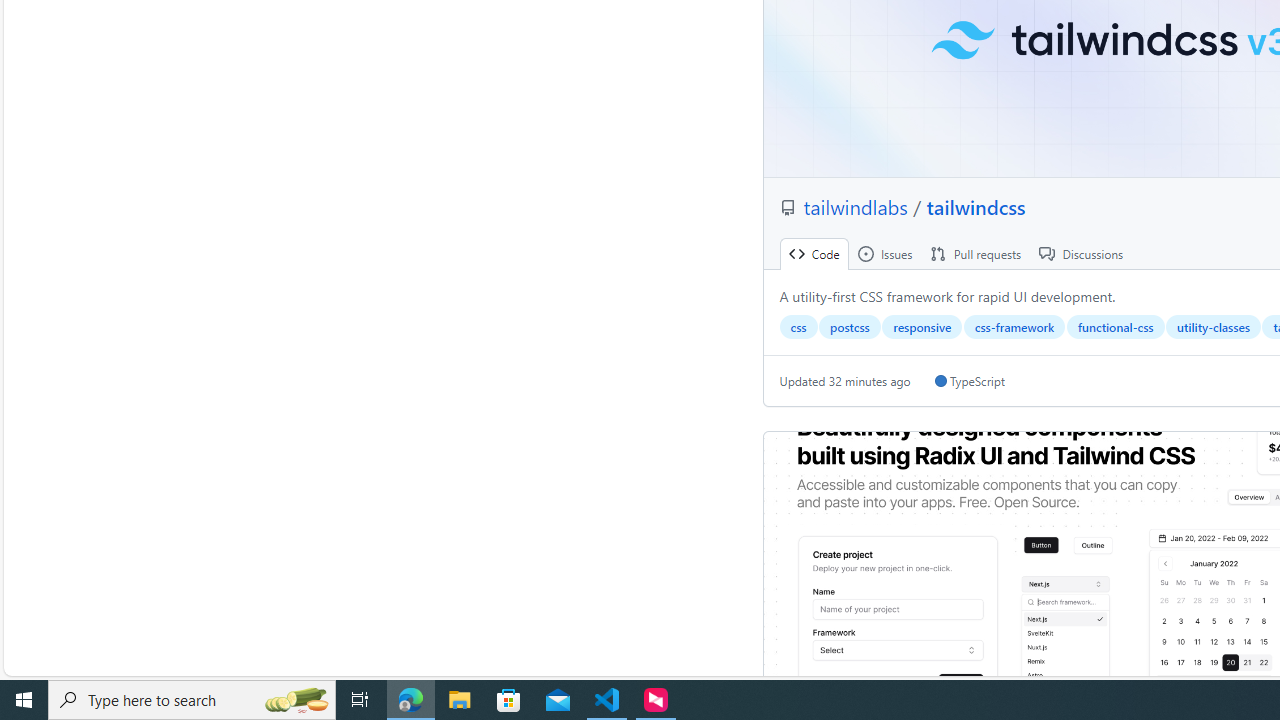 This screenshot has height=720, width=1280. What do you see at coordinates (858, 206) in the screenshot?
I see `'tailwindlabs '` at bounding box center [858, 206].